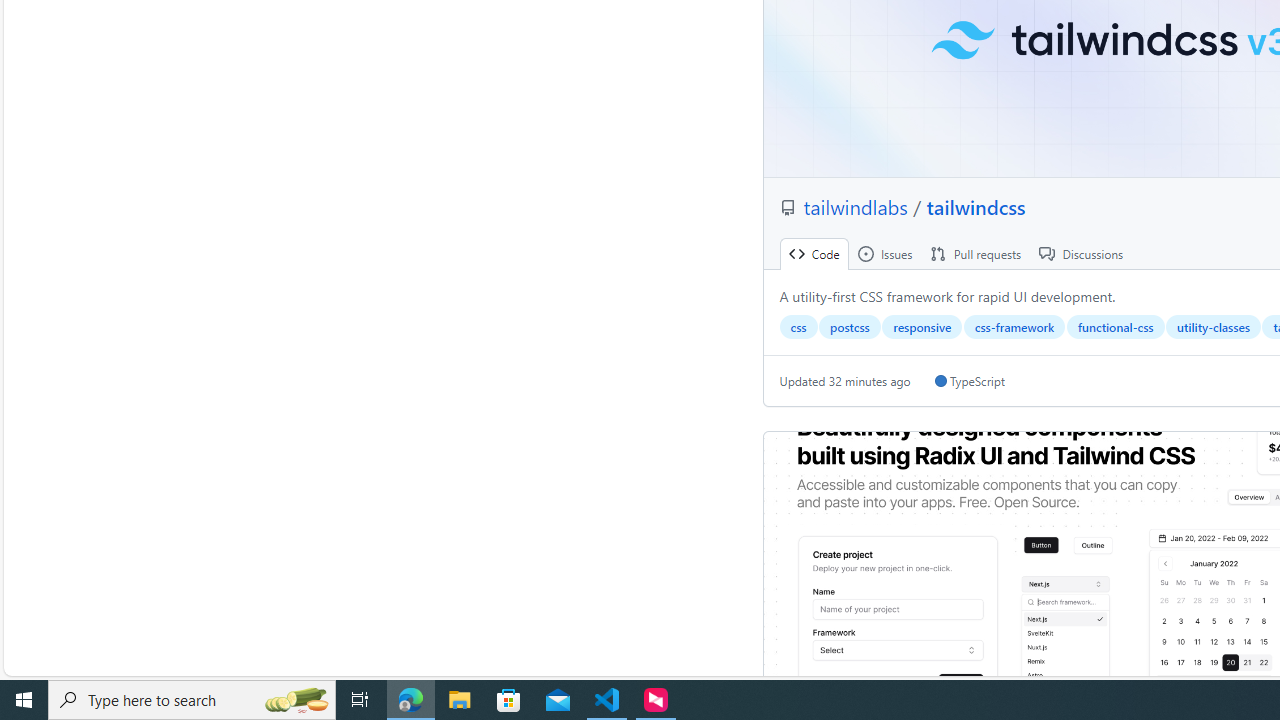 This screenshot has height=720, width=1280. What do you see at coordinates (858, 206) in the screenshot?
I see `'tailwindlabs '` at bounding box center [858, 206].